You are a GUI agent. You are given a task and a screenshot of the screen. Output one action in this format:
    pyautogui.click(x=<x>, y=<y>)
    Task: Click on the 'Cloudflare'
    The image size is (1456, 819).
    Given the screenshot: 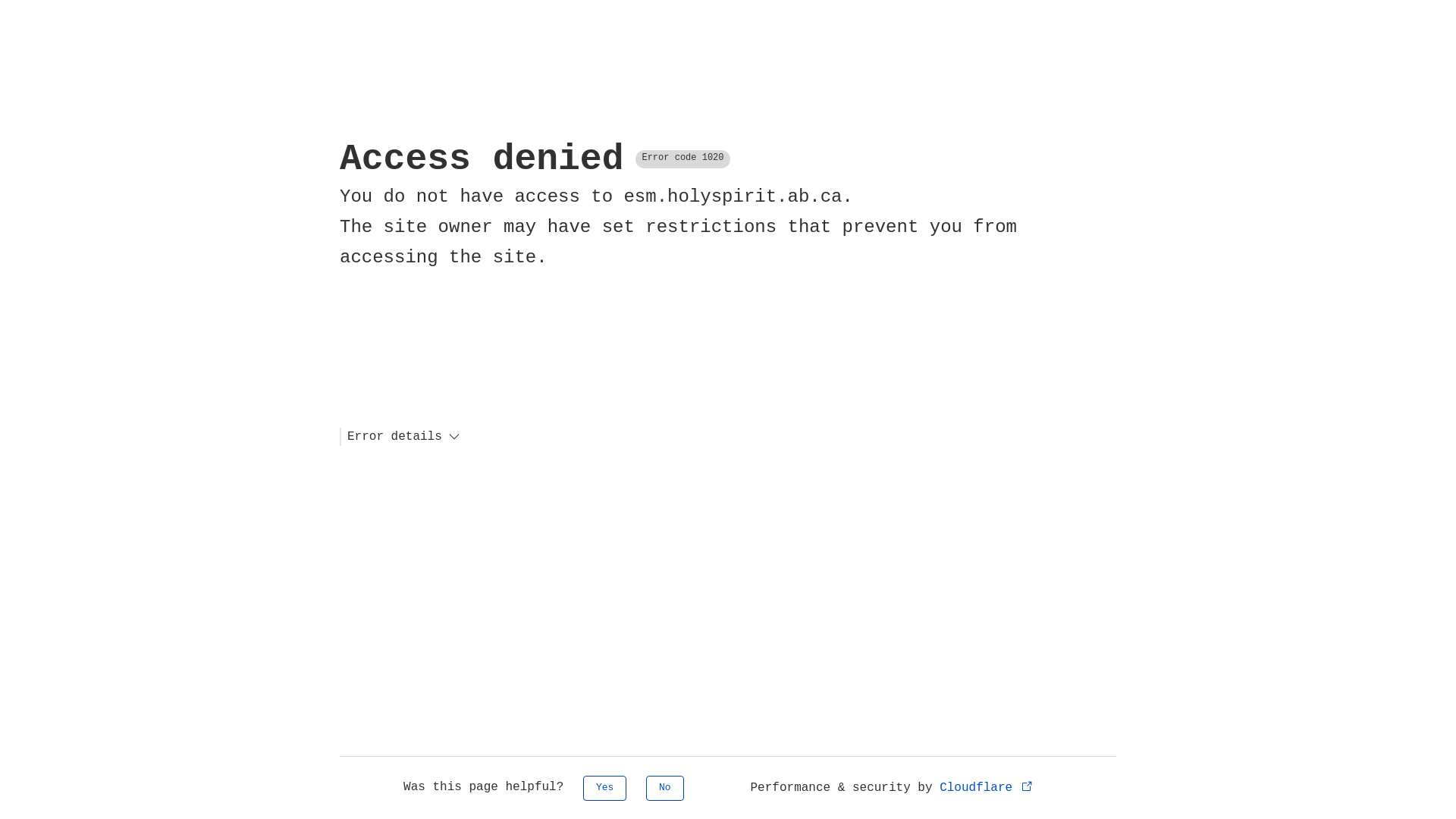 What is the action you would take?
    pyautogui.click(x=987, y=786)
    